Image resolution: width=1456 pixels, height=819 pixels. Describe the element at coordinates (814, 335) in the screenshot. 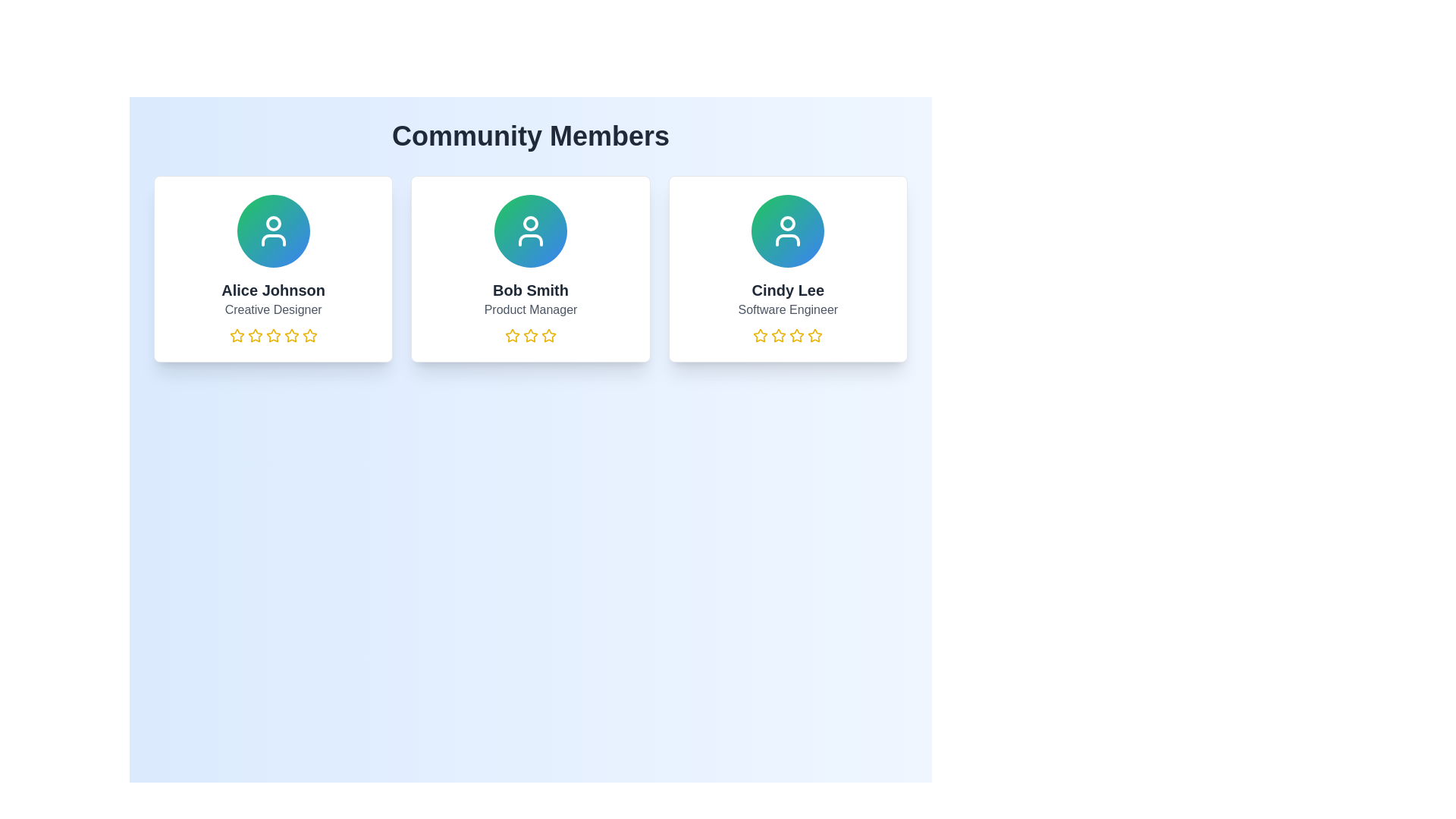

I see `the fifth yellow star icon in the rating system under the profile card of 'Cindy Lee - Software Engineer'` at that location.